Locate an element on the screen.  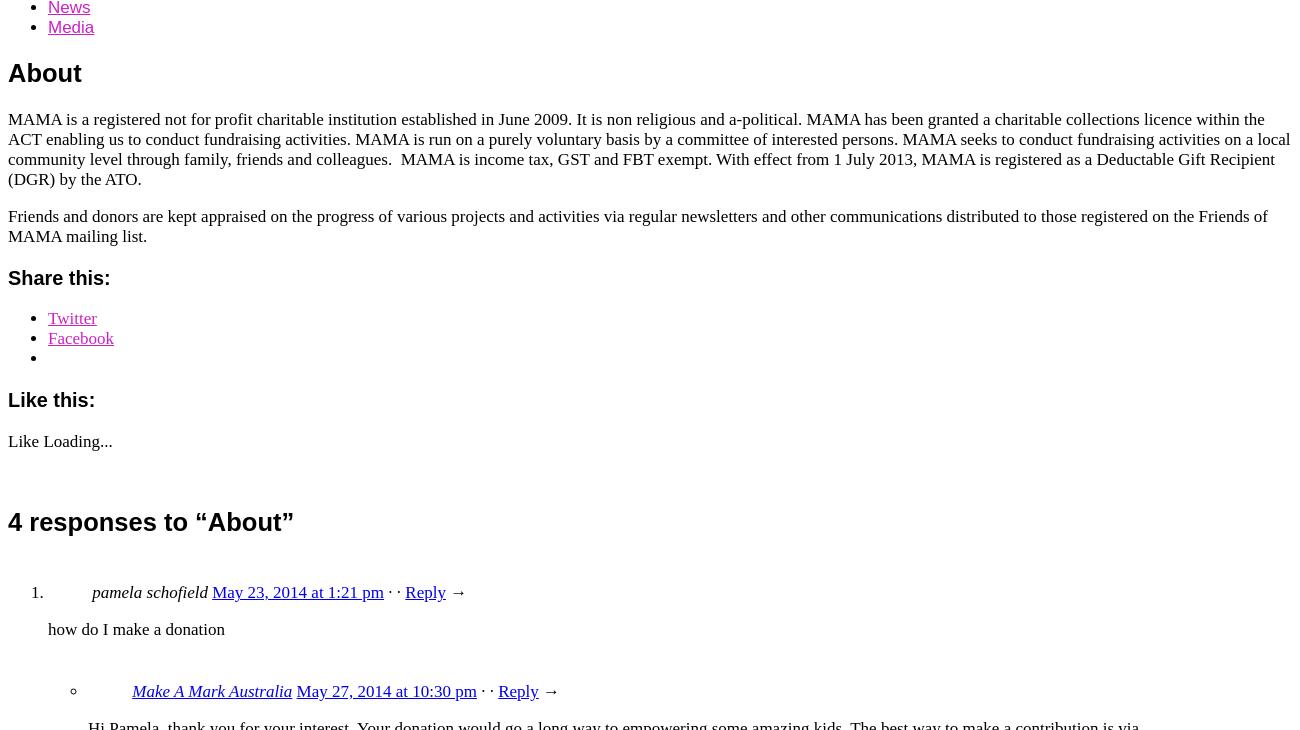
'Make A Mark Australia' is located at coordinates (130, 691).